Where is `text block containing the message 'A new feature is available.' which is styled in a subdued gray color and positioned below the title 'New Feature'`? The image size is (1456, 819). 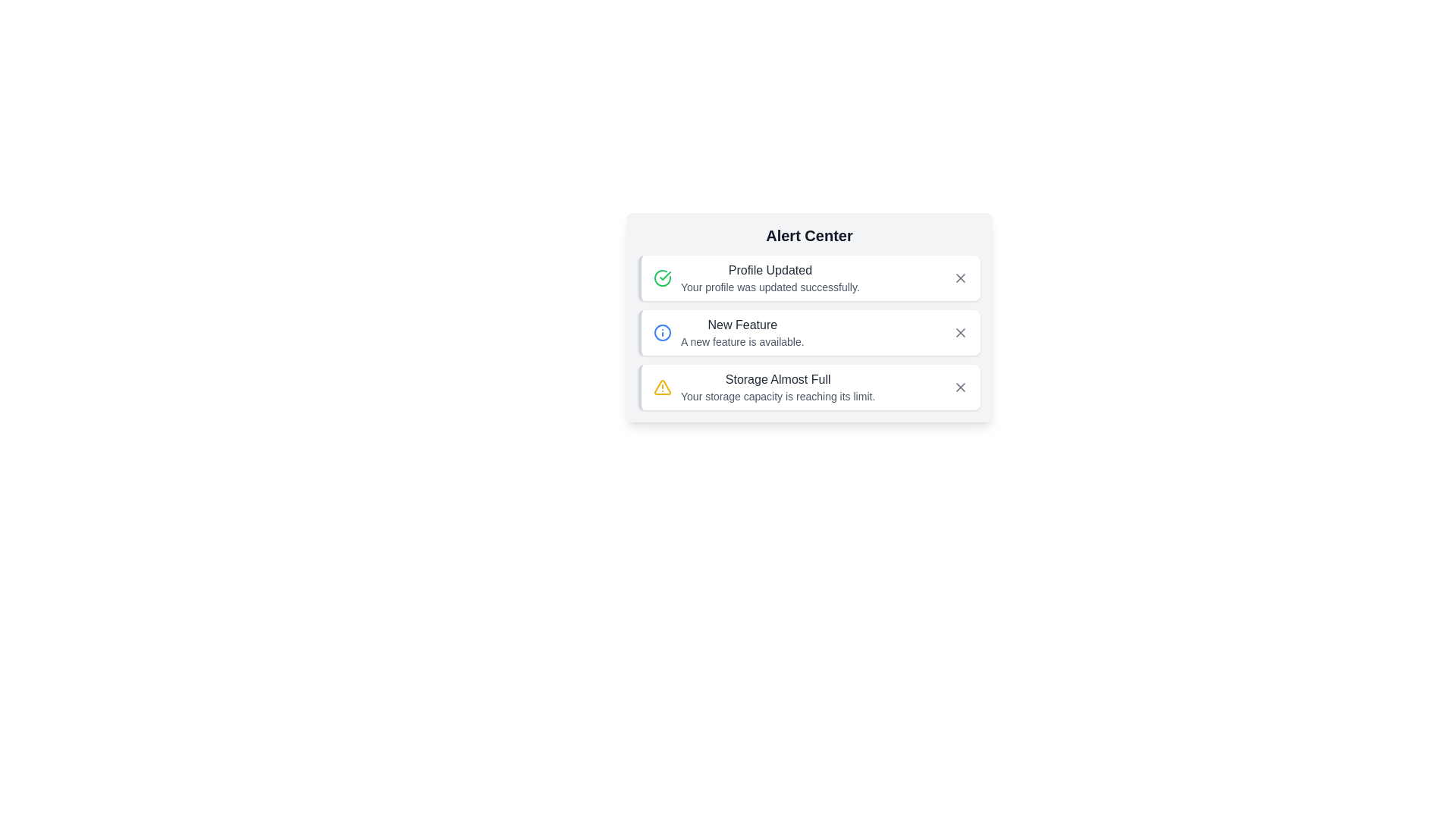
text block containing the message 'A new feature is available.' which is styled in a subdued gray color and positioned below the title 'New Feature' is located at coordinates (742, 342).